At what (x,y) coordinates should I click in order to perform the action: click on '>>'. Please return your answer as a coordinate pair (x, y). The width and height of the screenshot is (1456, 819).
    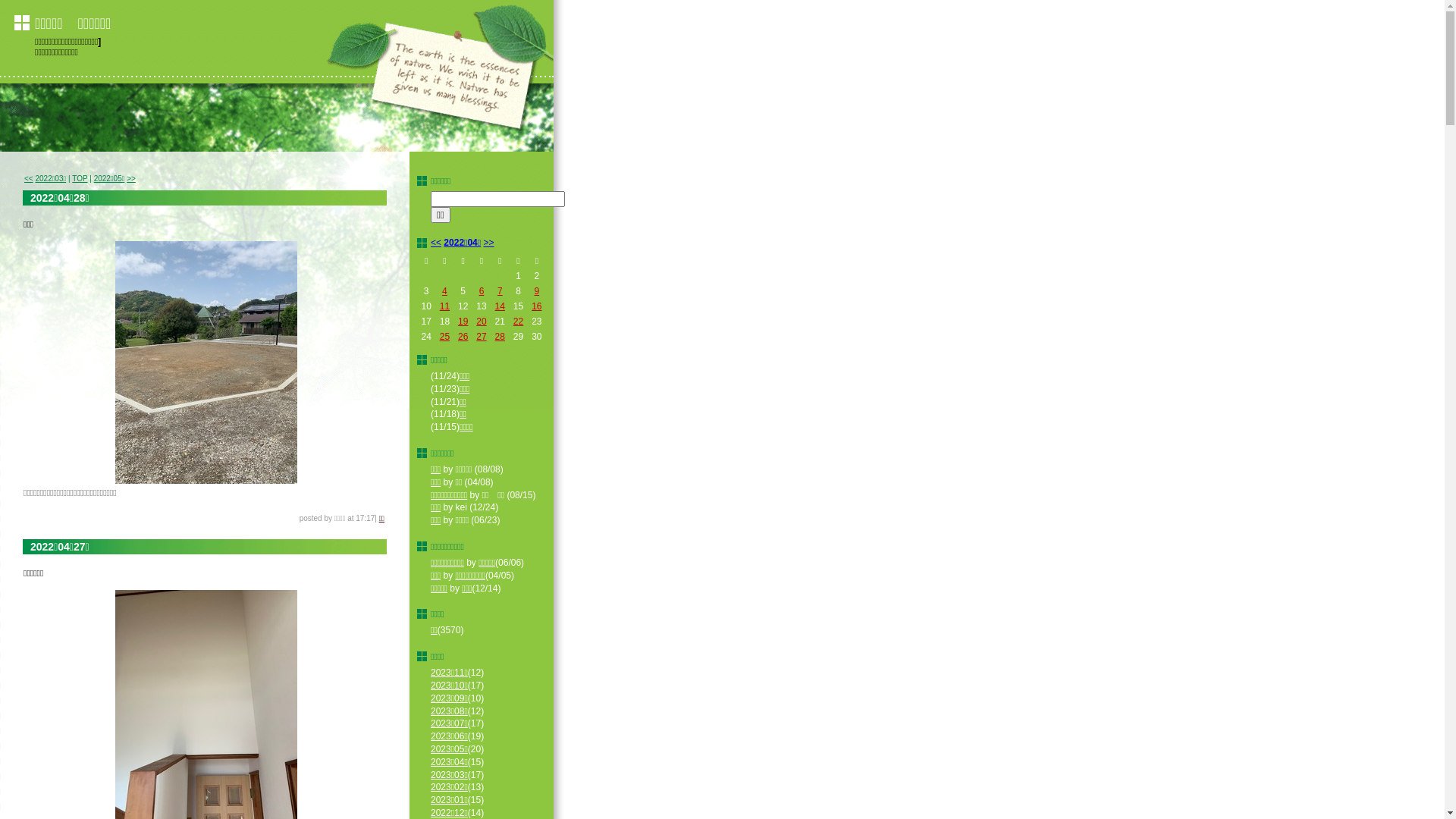
    Looking at the image, I should click on (130, 177).